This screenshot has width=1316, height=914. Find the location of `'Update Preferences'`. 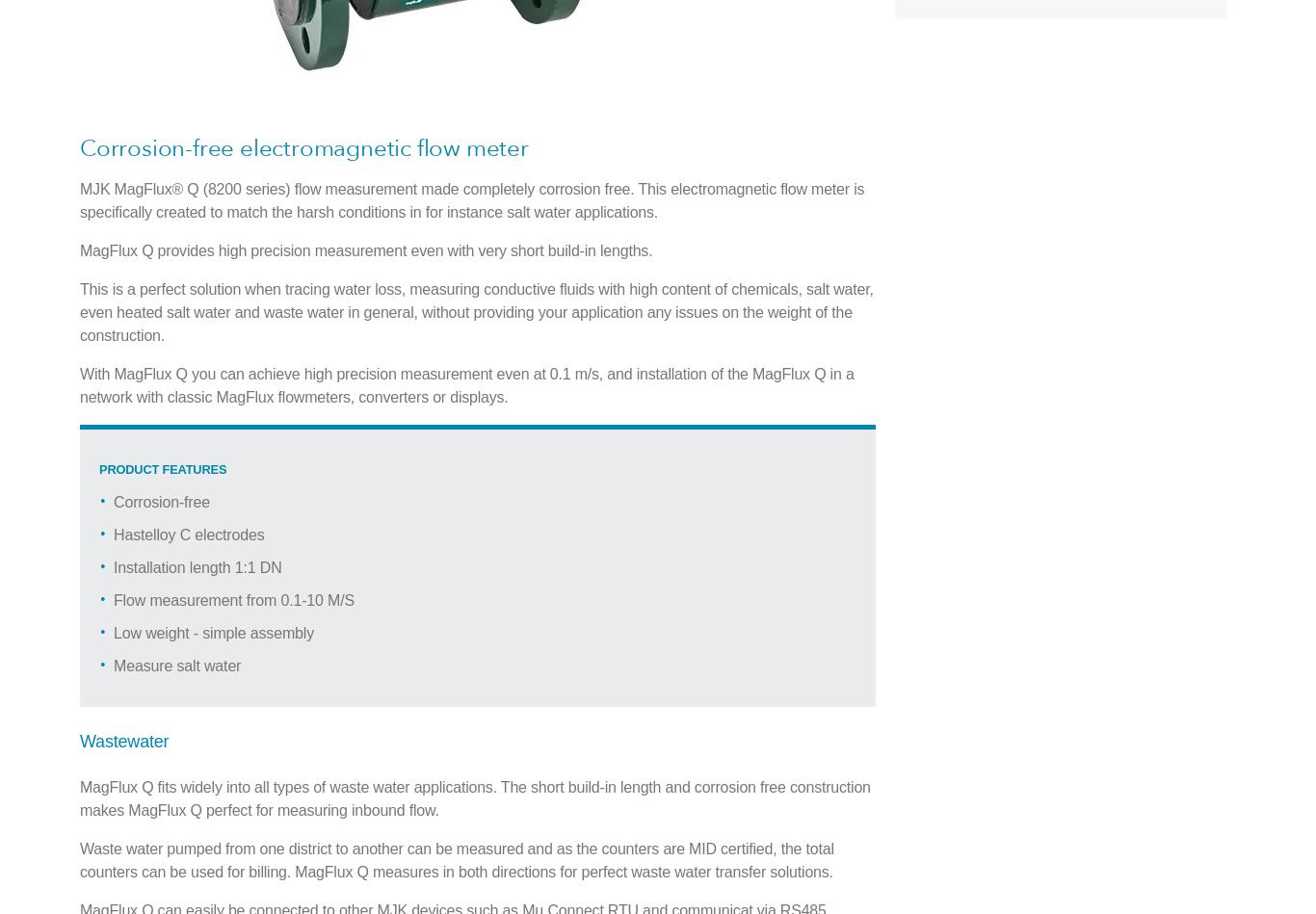

'Update Preferences' is located at coordinates (834, 601).